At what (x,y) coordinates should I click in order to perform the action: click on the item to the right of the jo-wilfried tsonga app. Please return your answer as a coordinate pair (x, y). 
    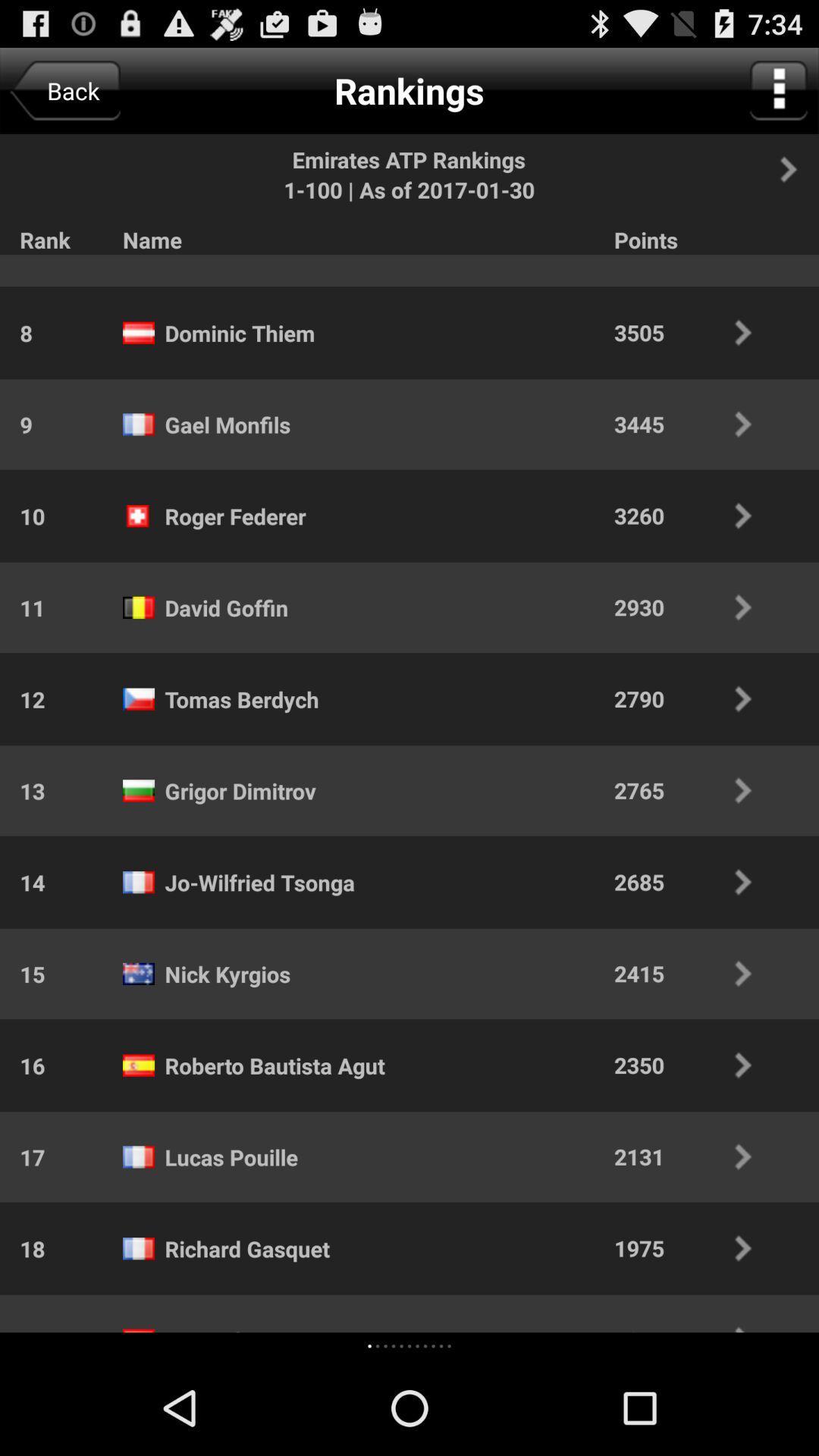
    Looking at the image, I should click on (693, 882).